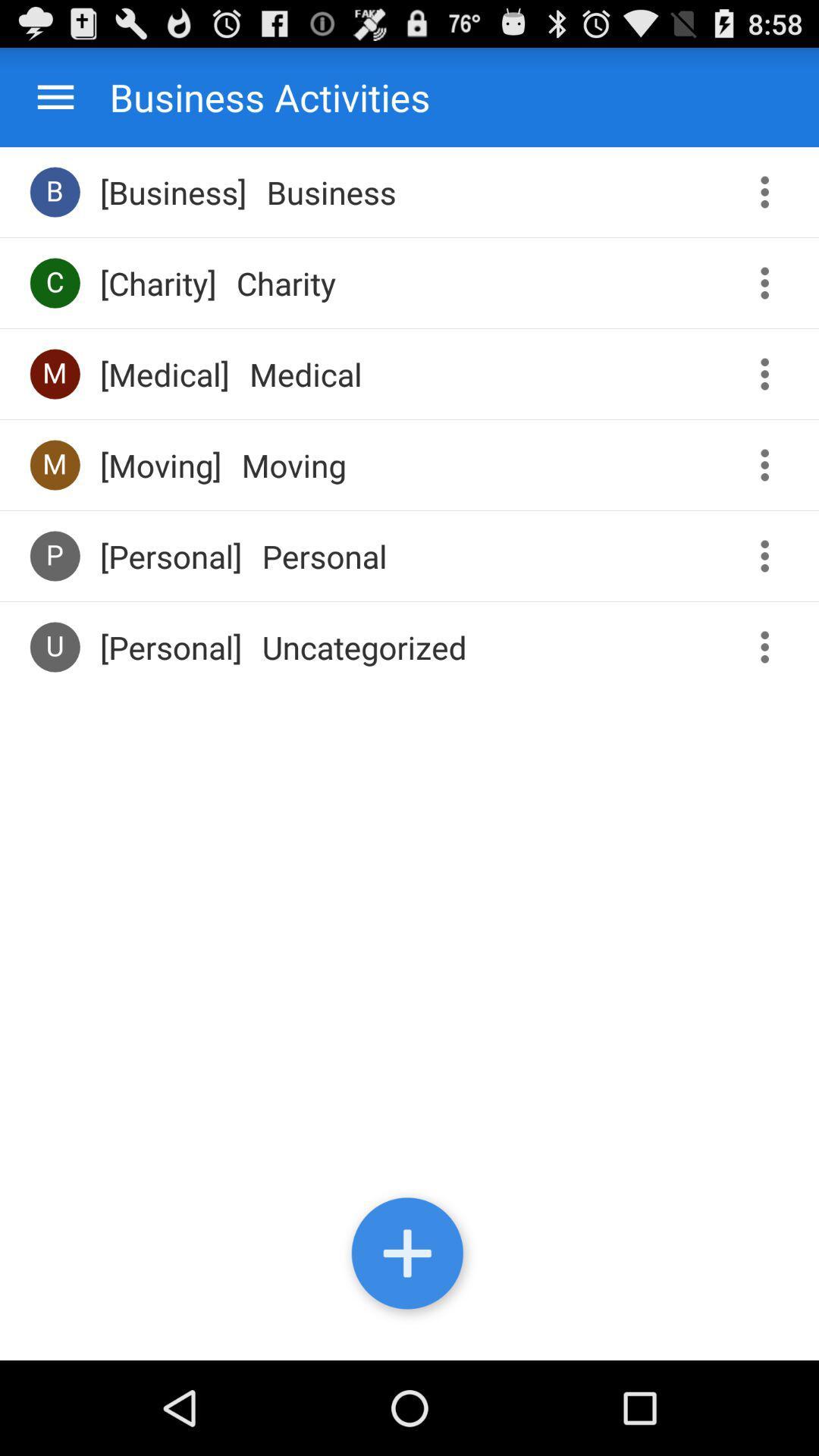  What do you see at coordinates (55, 96) in the screenshot?
I see `the menu icon at the top left corner of the page` at bounding box center [55, 96].